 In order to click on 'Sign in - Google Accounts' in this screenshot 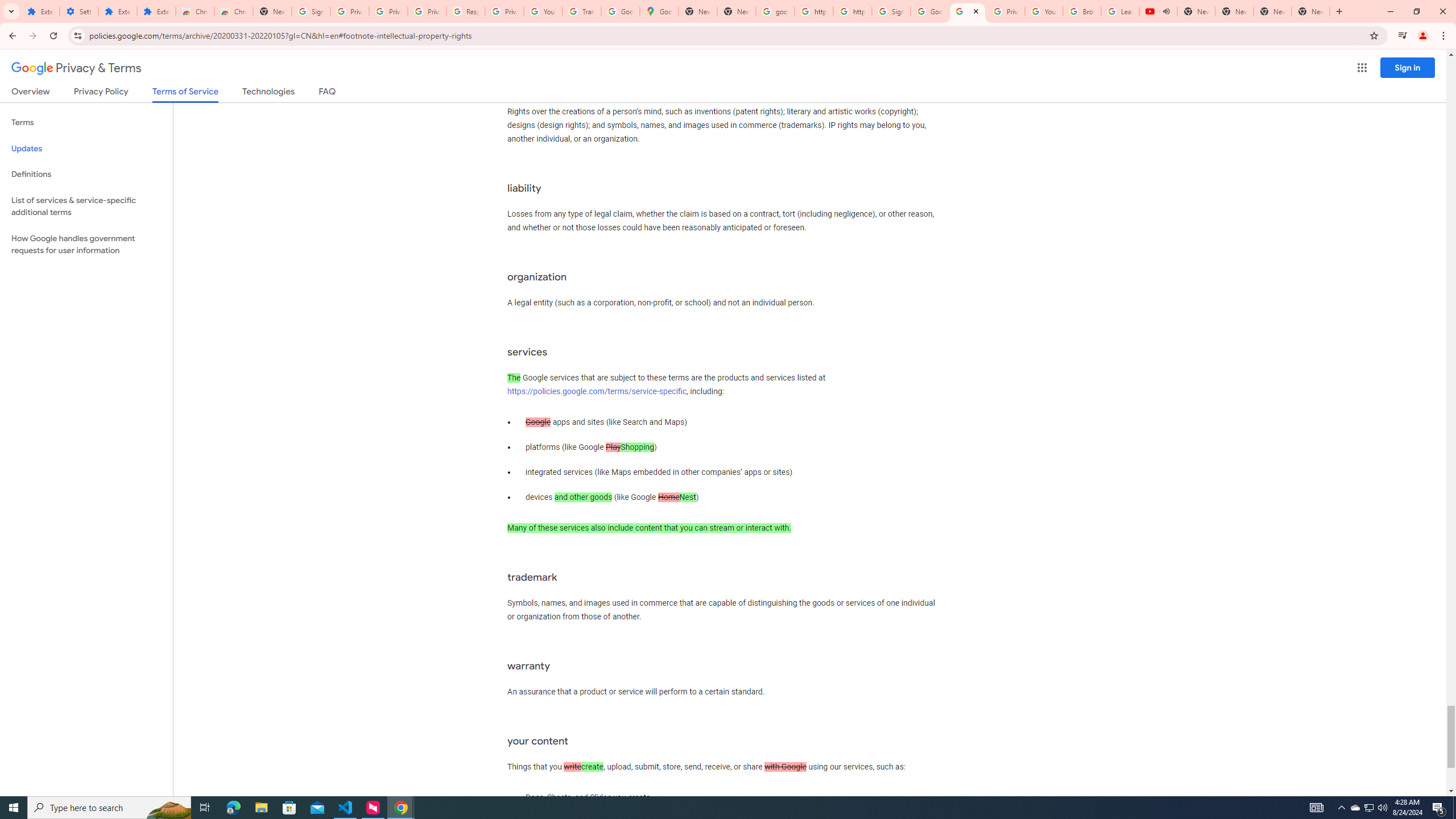, I will do `click(890, 11)`.